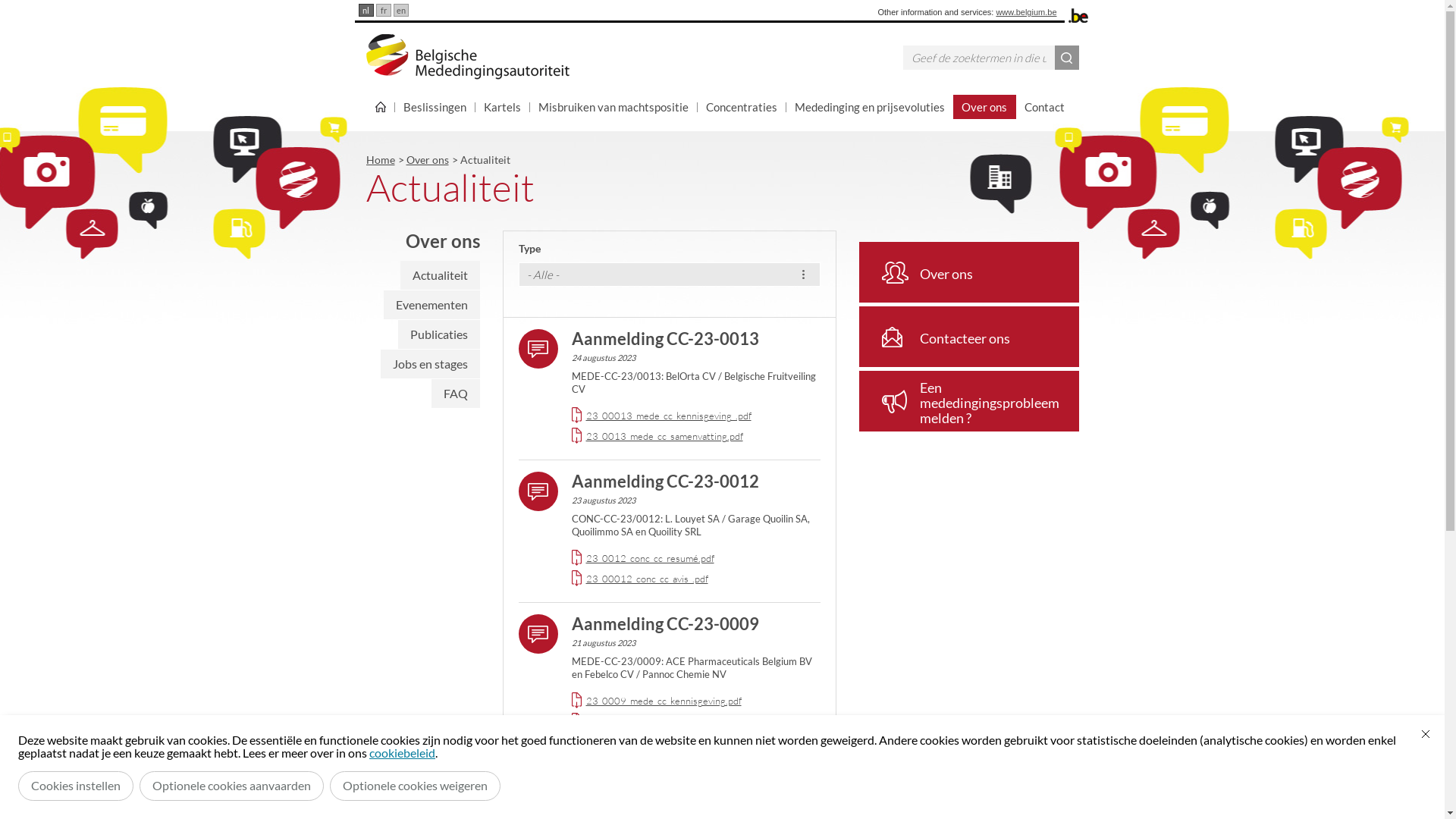  What do you see at coordinates (664, 435) in the screenshot?
I see `'23_0013_mede_cc_samenvatting.pdf'` at bounding box center [664, 435].